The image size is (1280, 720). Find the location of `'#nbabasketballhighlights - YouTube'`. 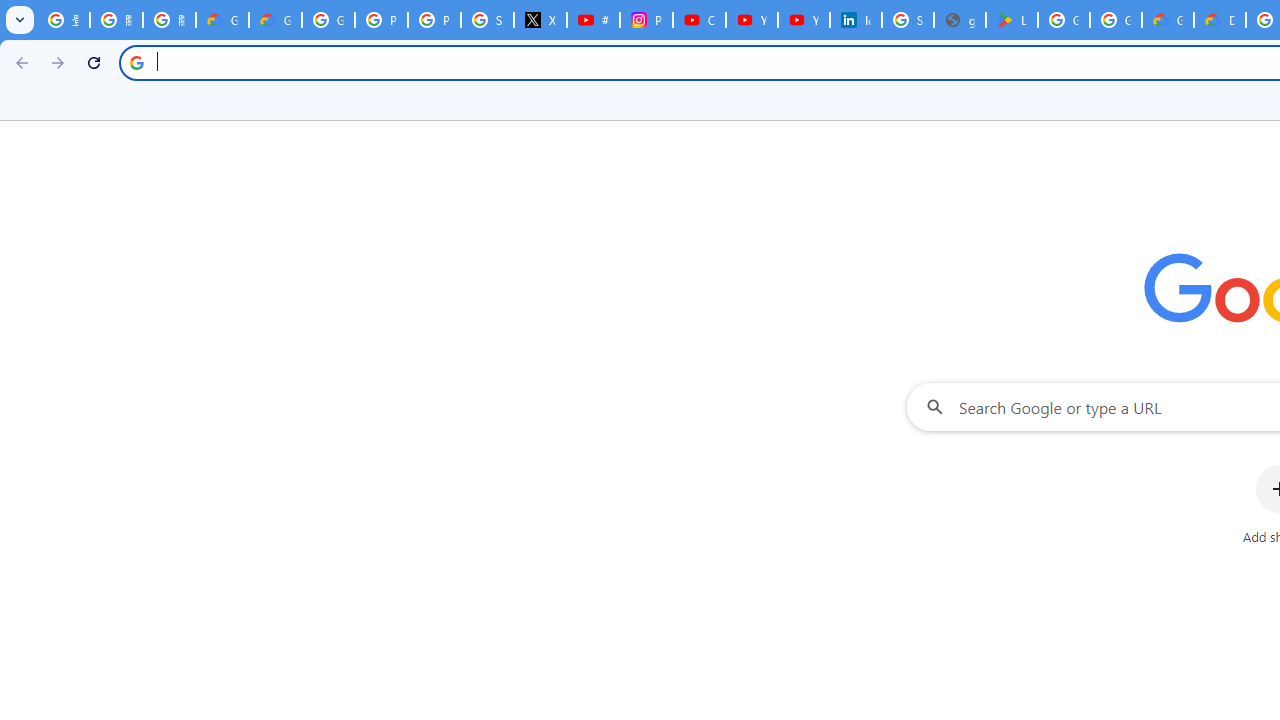

'#nbabasketballhighlights - YouTube' is located at coordinates (592, 20).